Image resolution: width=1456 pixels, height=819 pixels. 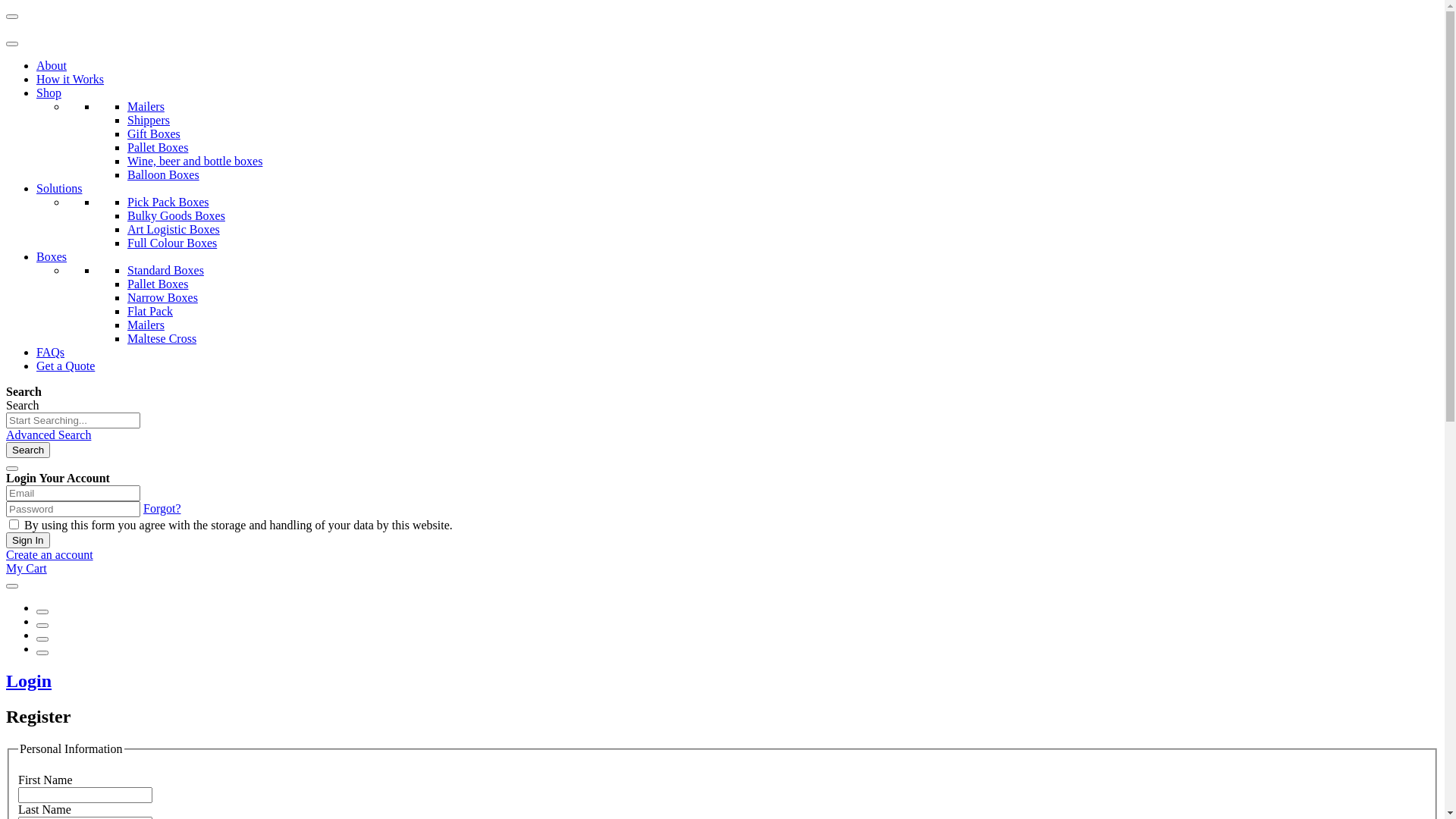 I want to click on 'Solutions', so click(x=58, y=187).